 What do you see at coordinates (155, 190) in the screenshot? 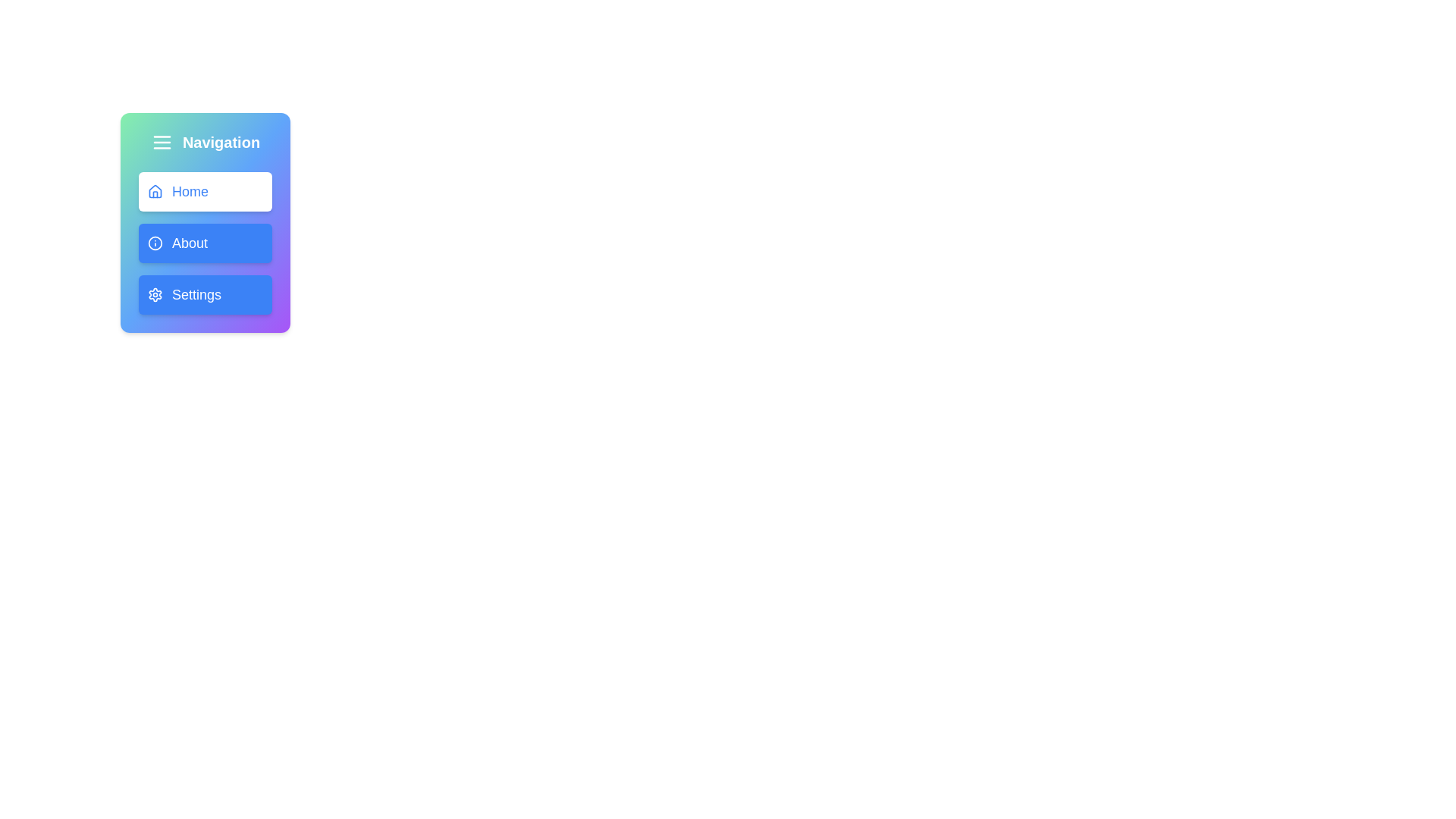
I see `the Vector icon (house shape) associated with the 'Home' button, which is the first button in the navigation panel below the title 'Navigation'` at bounding box center [155, 190].